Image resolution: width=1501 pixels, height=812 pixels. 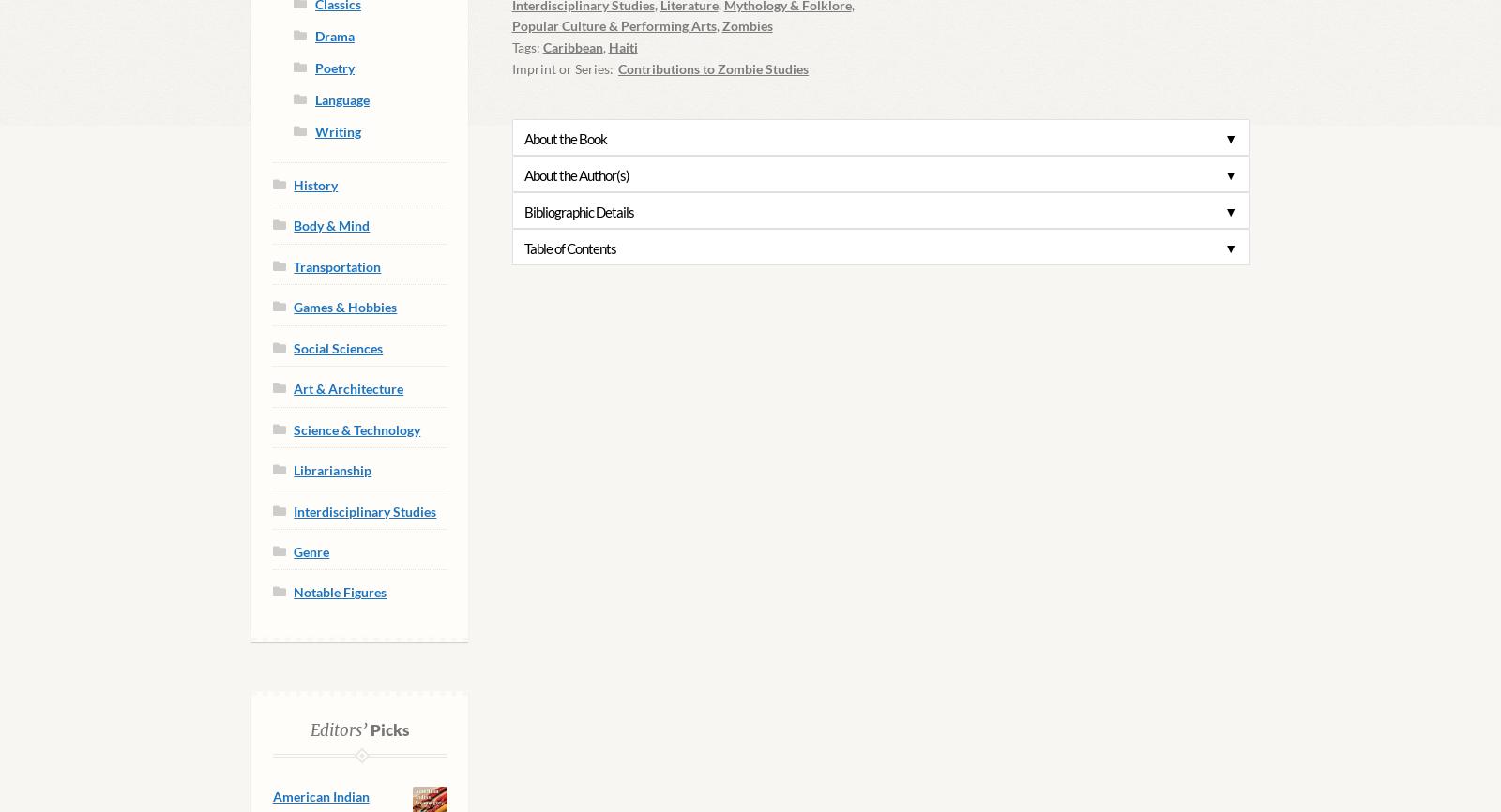 I want to click on 'Genre', so click(x=311, y=551).